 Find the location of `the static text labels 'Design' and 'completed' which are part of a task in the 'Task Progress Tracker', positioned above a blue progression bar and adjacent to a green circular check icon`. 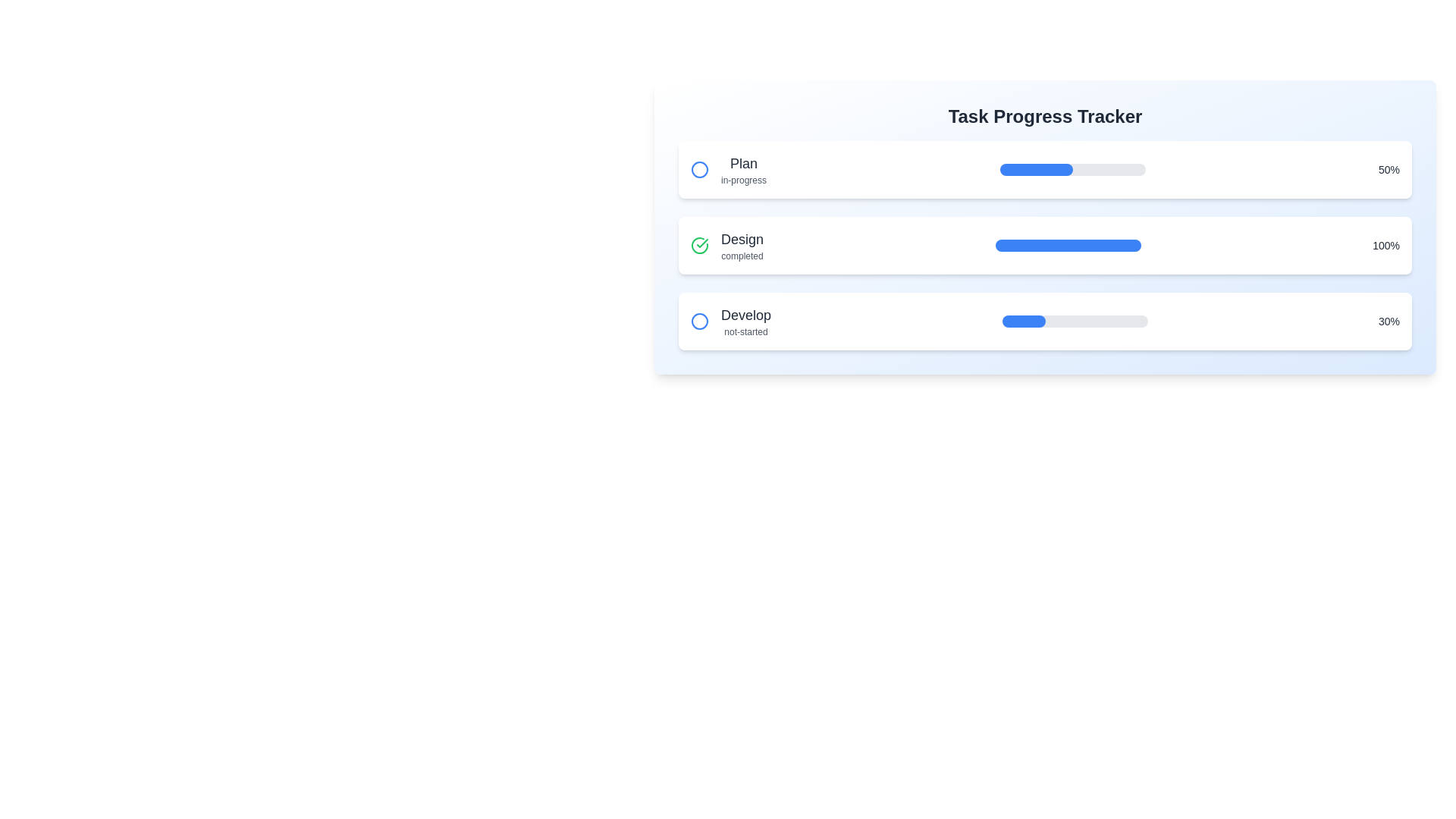

the static text labels 'Design' and 'completed' which are part of a task in the 'Task Progress Tracker', positioned above a blue progression bar and adjacent to a green circular check icon is located at coordinates (742, 245).